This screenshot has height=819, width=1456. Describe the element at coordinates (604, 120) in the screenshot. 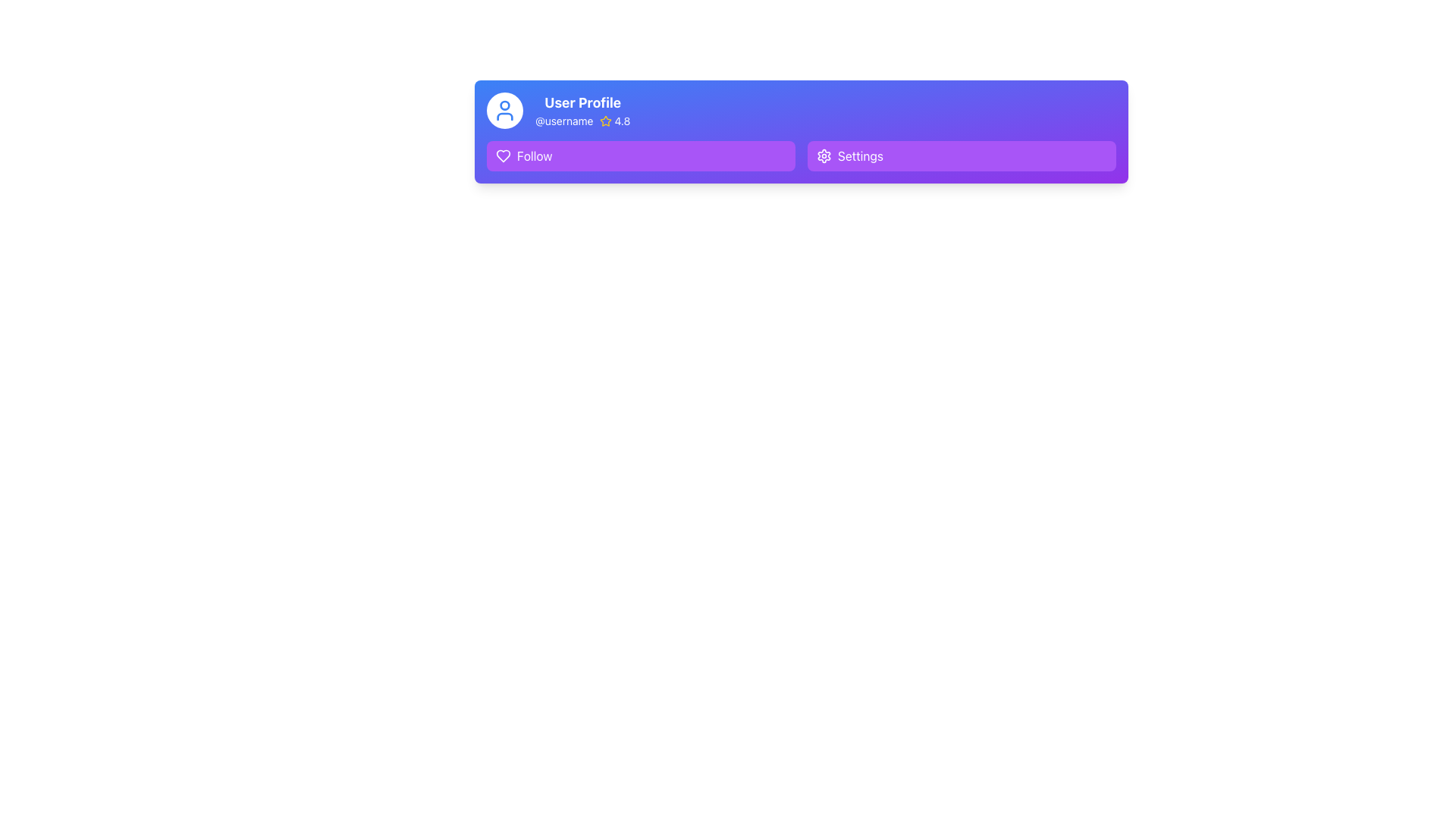

I see `the popularity rating icon located beside the username text in the user profile header, adjacent to the text '4.8'` at that location.